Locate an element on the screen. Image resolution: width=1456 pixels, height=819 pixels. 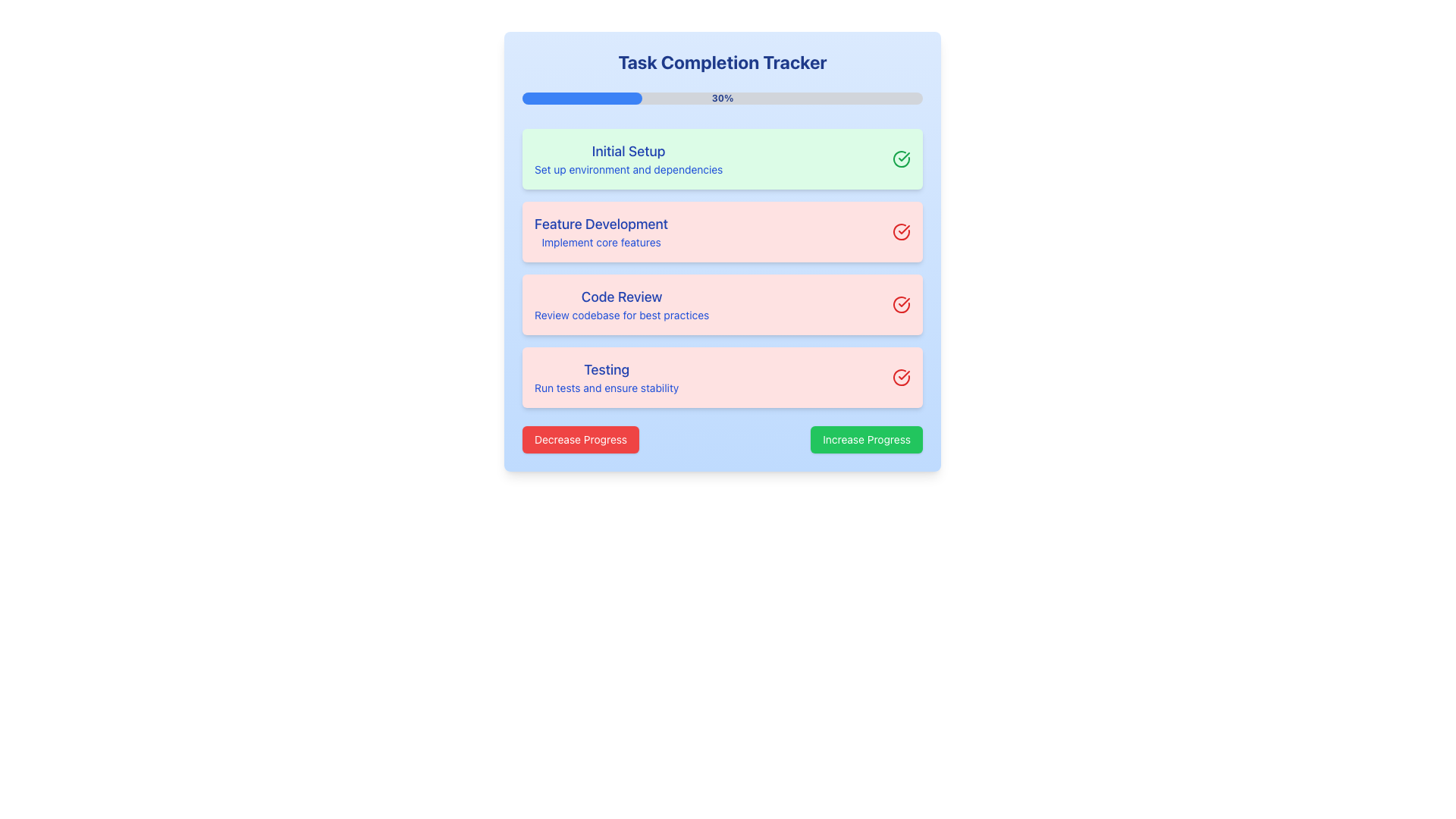
the static text element that says 'Run tests and ensure stability', located below the heading 'Testing' in the task completion tracker interface is located at coordinates (607, 388).